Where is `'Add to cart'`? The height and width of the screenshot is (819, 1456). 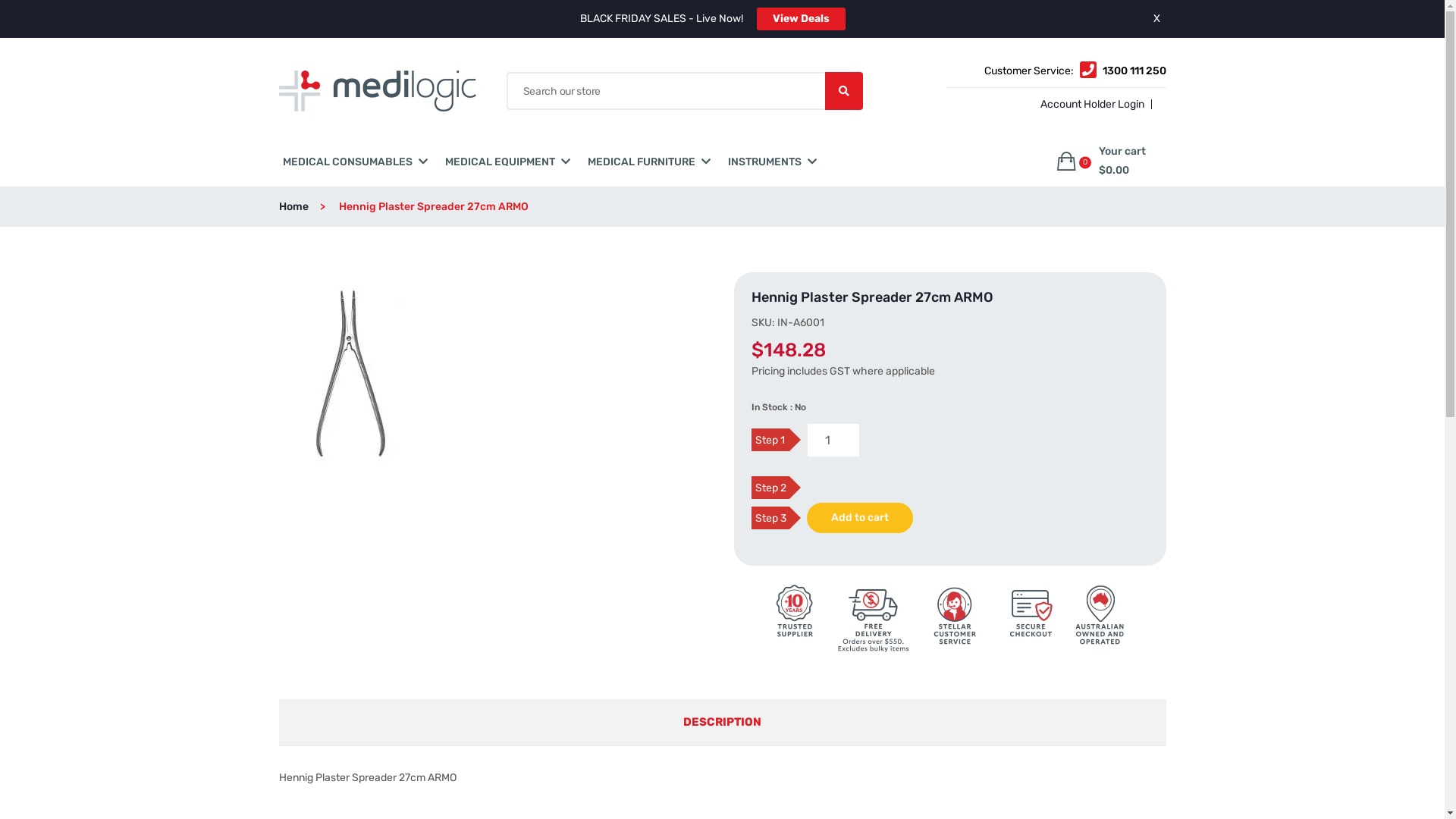
'Add to cart' is located at coordinates (806, 516).